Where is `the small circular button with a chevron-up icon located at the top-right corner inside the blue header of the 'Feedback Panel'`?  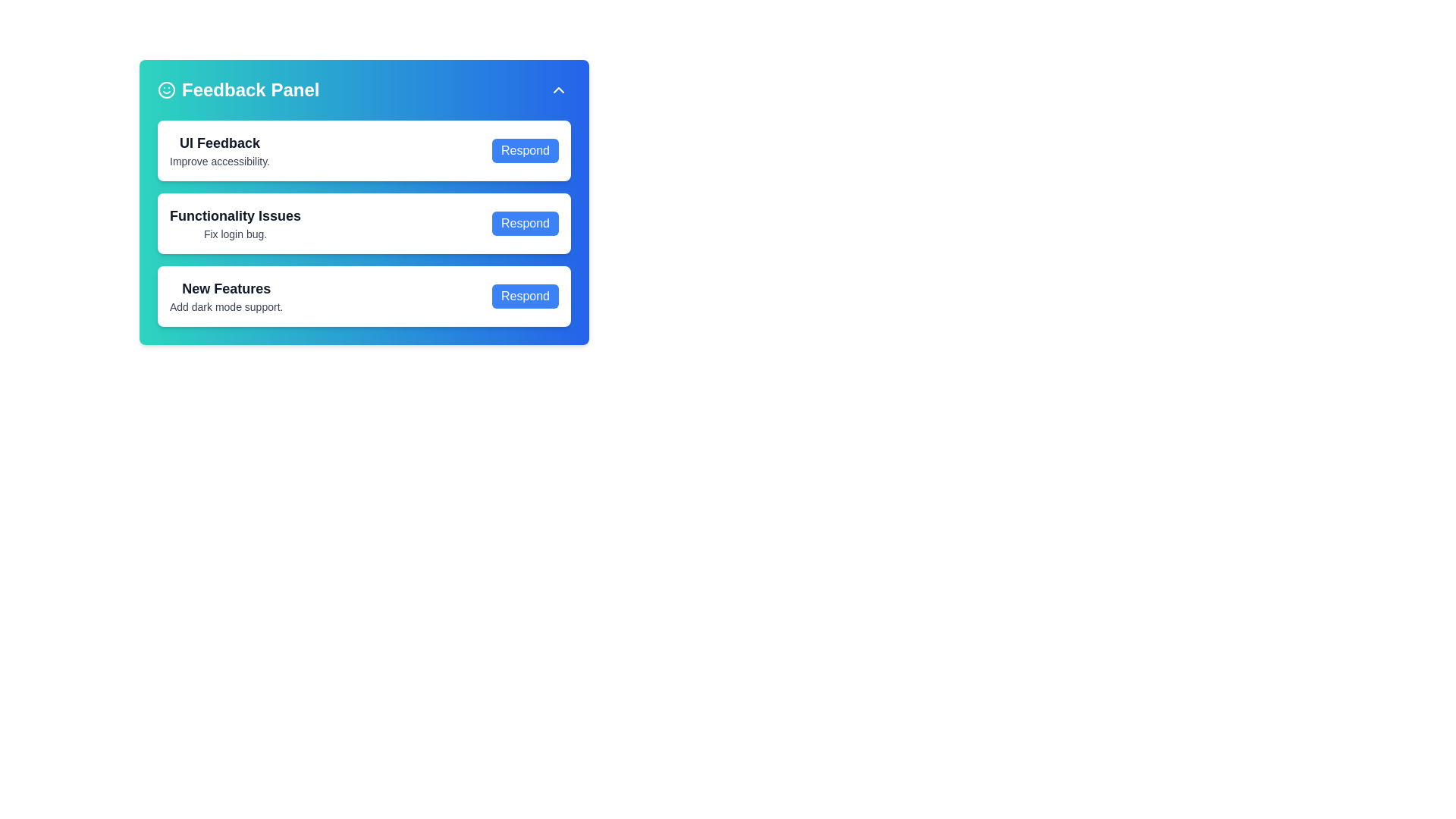 the small circular button with a chevron-up icon located at the top-right corner inside the blue header of the 'Feedback Panel' is located at coordinates (558, 90).